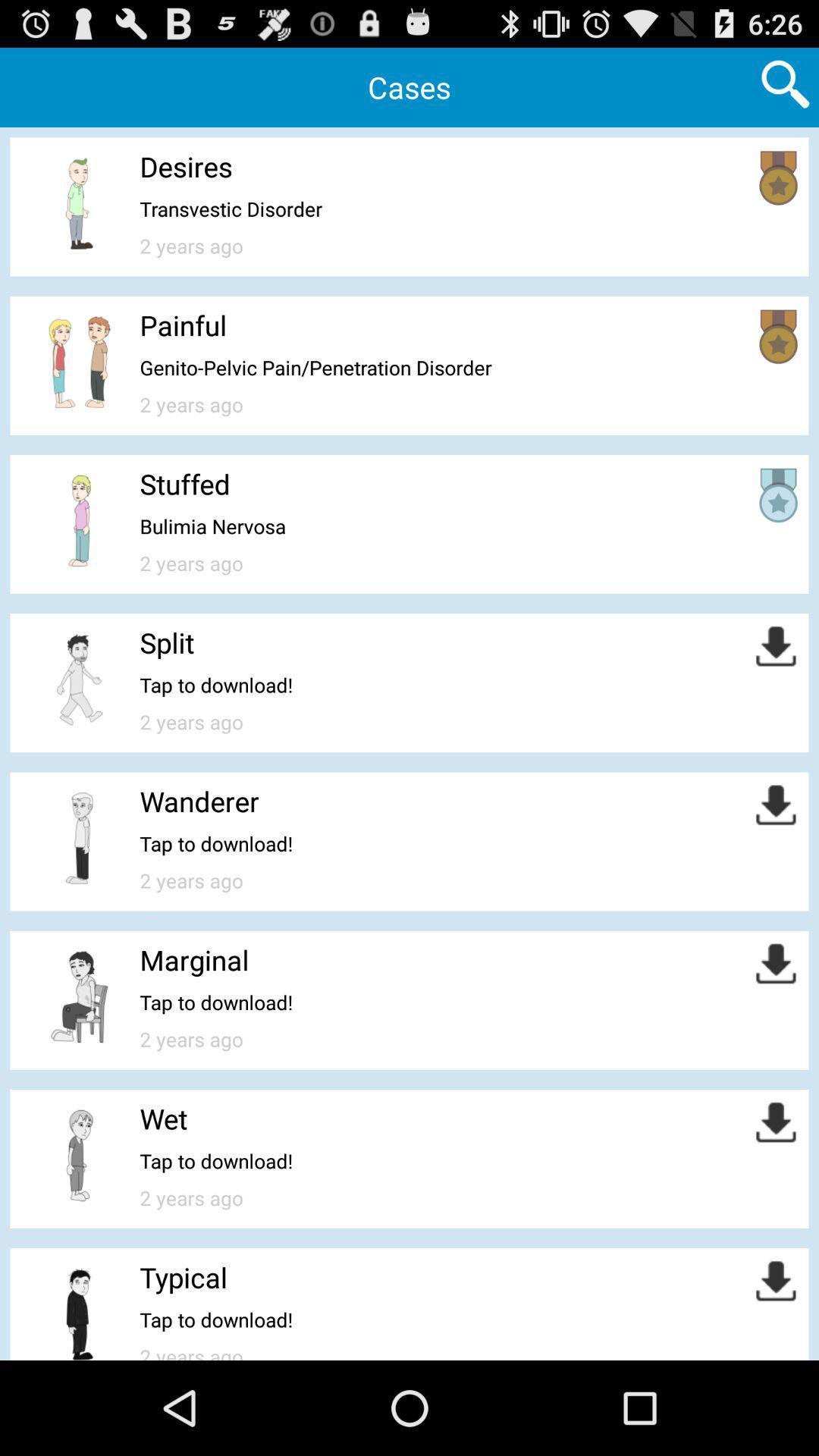 The height and width of the screenshot is (1456, 819). Describe the element at coordinates (185, 166) in the screenshot. I see `item below the cases item` at that location.